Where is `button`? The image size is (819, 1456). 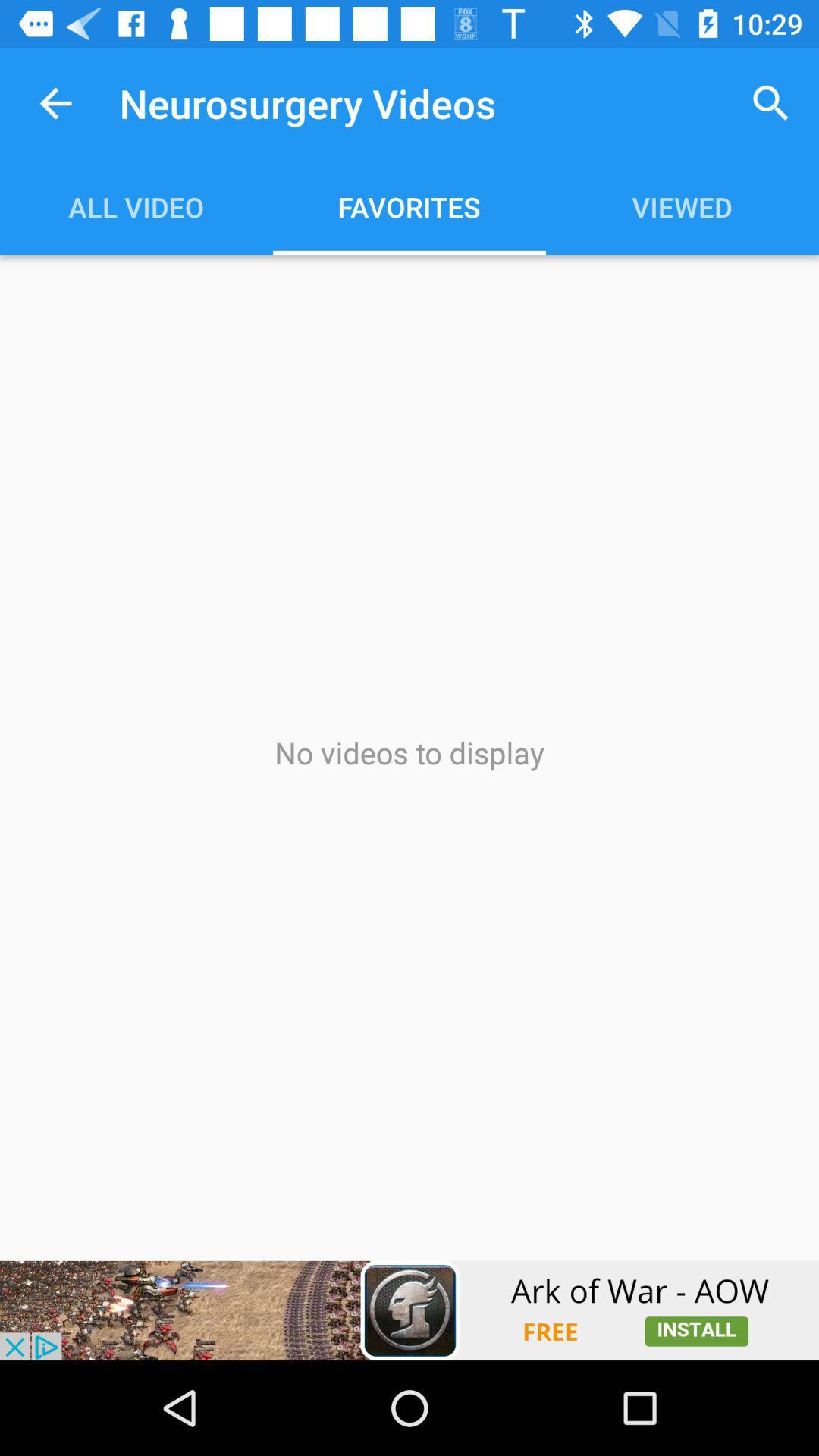
button is located at coordinates (409, 1310).